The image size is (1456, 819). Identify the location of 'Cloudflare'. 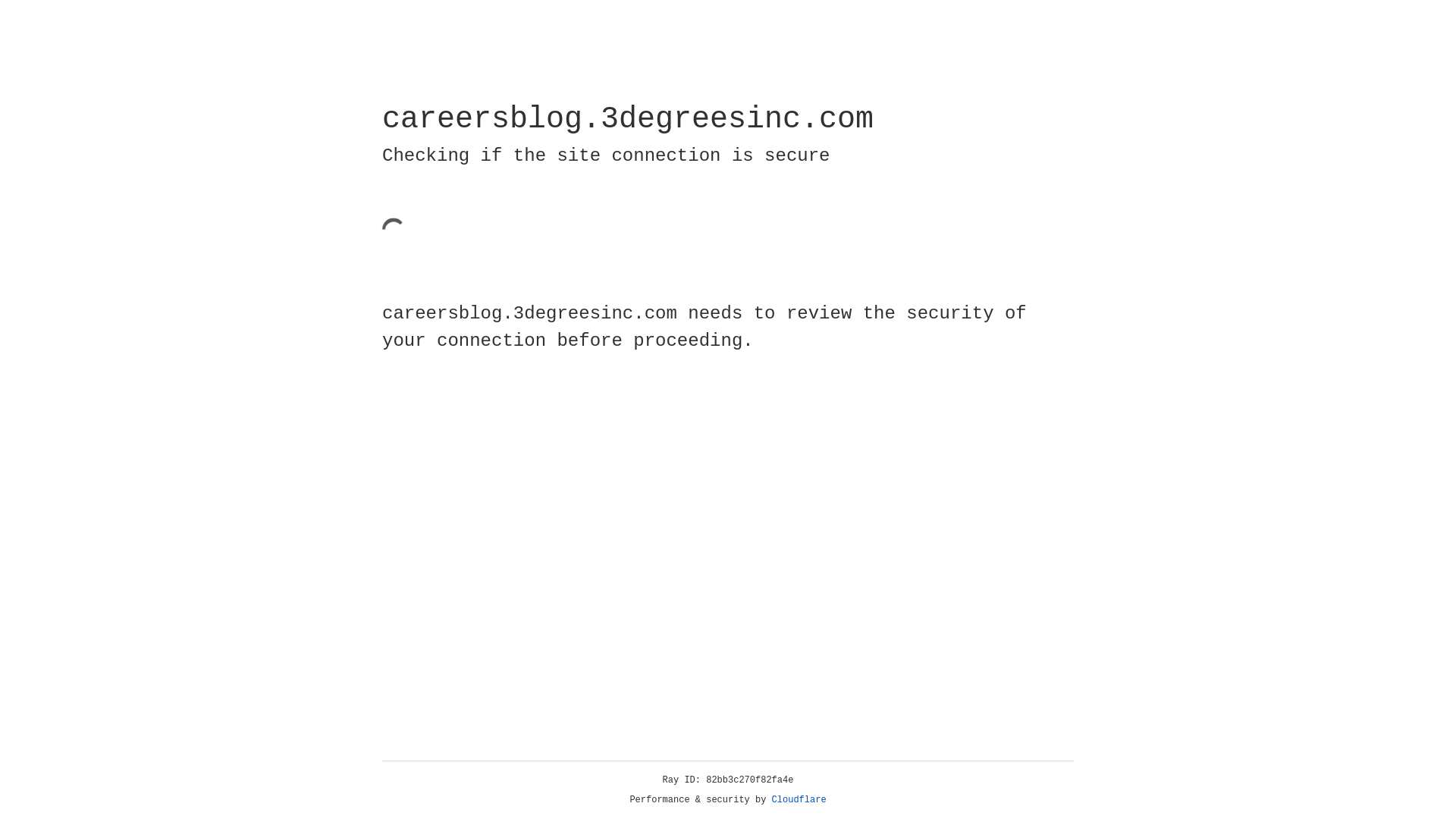
(799, 799).